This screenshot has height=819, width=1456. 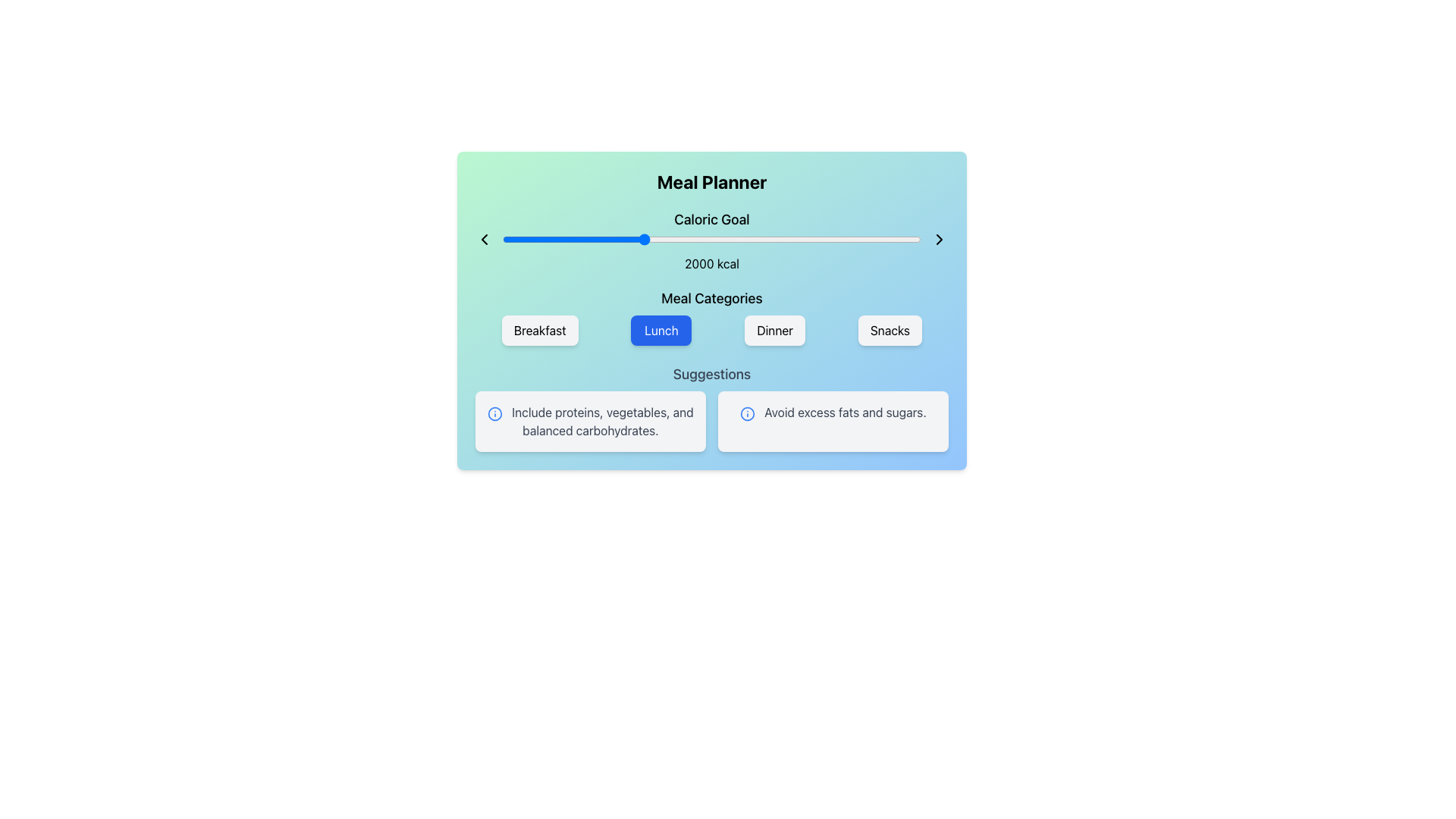 I want to click on Button group for meal category selection located beneath the caloric goal display in the 'Meal Planner' section, so click(x=711, y=315).